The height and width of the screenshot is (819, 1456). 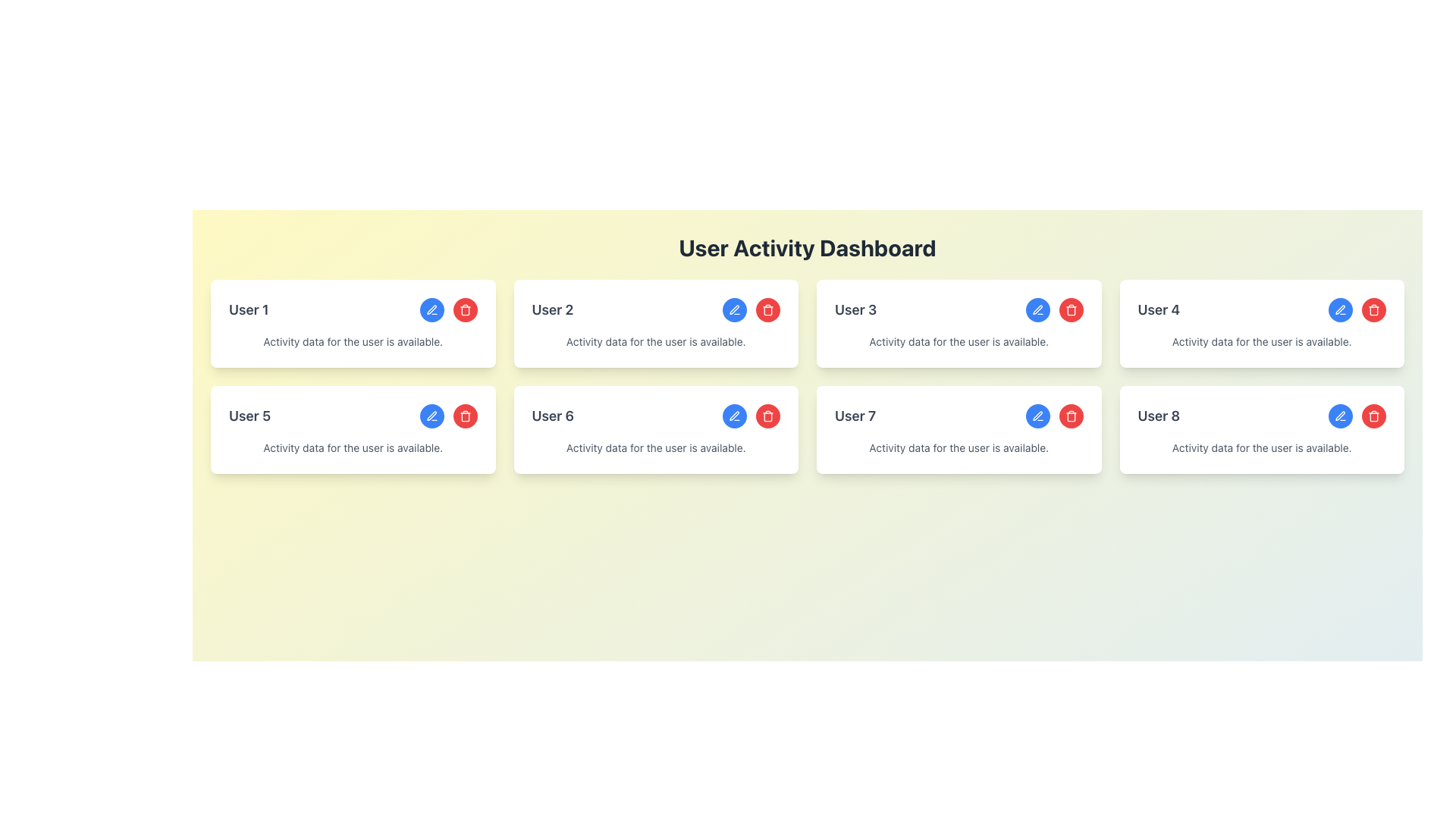 I want to click on the static text element that reads 'Activity data for the user is available.' which is centrally positioned below the username 'User 1' in the first card of the user activity dashboard, so click(x=352, y=342).